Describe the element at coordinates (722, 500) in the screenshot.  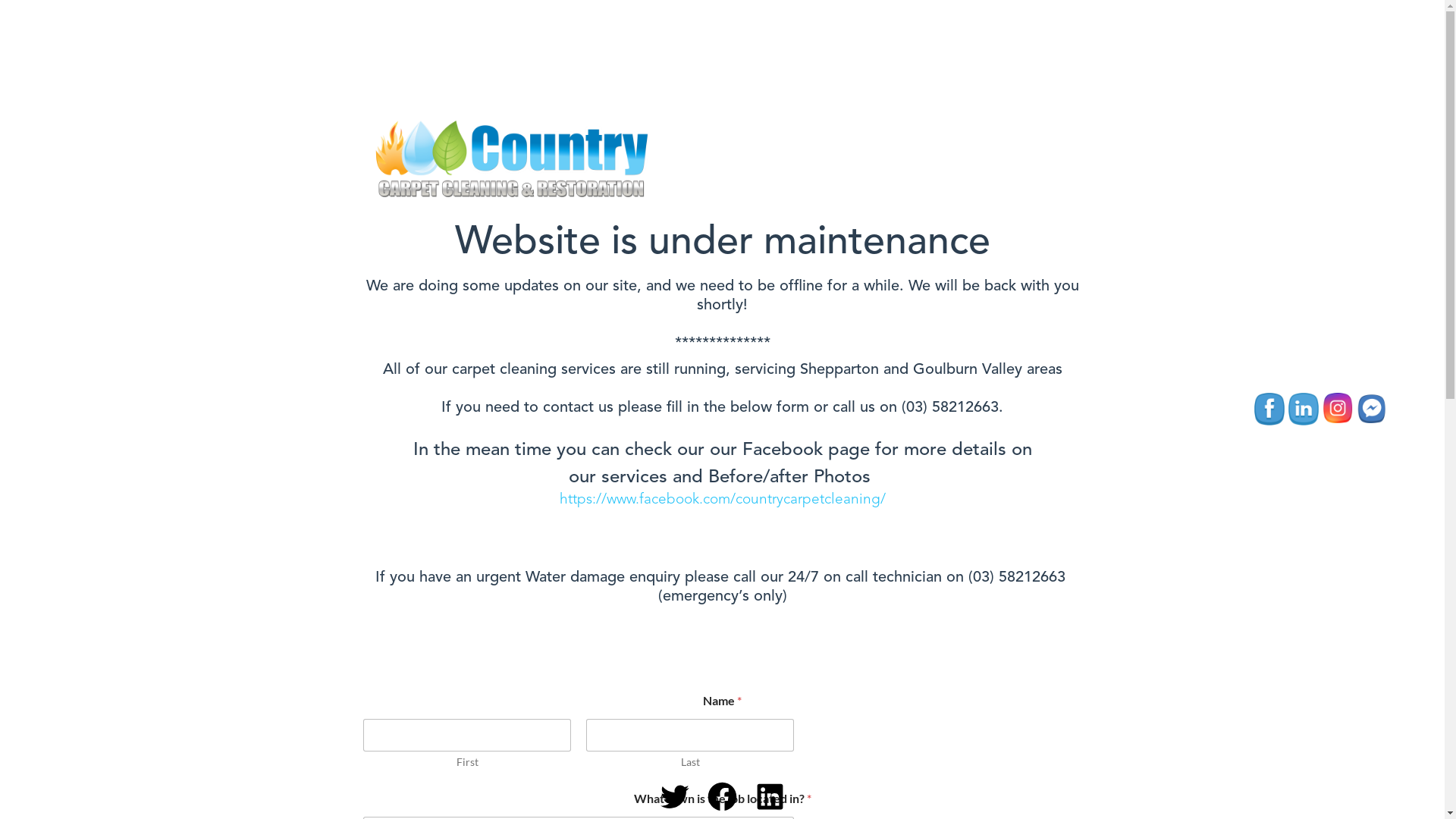
I see `'https://www.facebook.com/countrycarpetcleaning/'` at that location.